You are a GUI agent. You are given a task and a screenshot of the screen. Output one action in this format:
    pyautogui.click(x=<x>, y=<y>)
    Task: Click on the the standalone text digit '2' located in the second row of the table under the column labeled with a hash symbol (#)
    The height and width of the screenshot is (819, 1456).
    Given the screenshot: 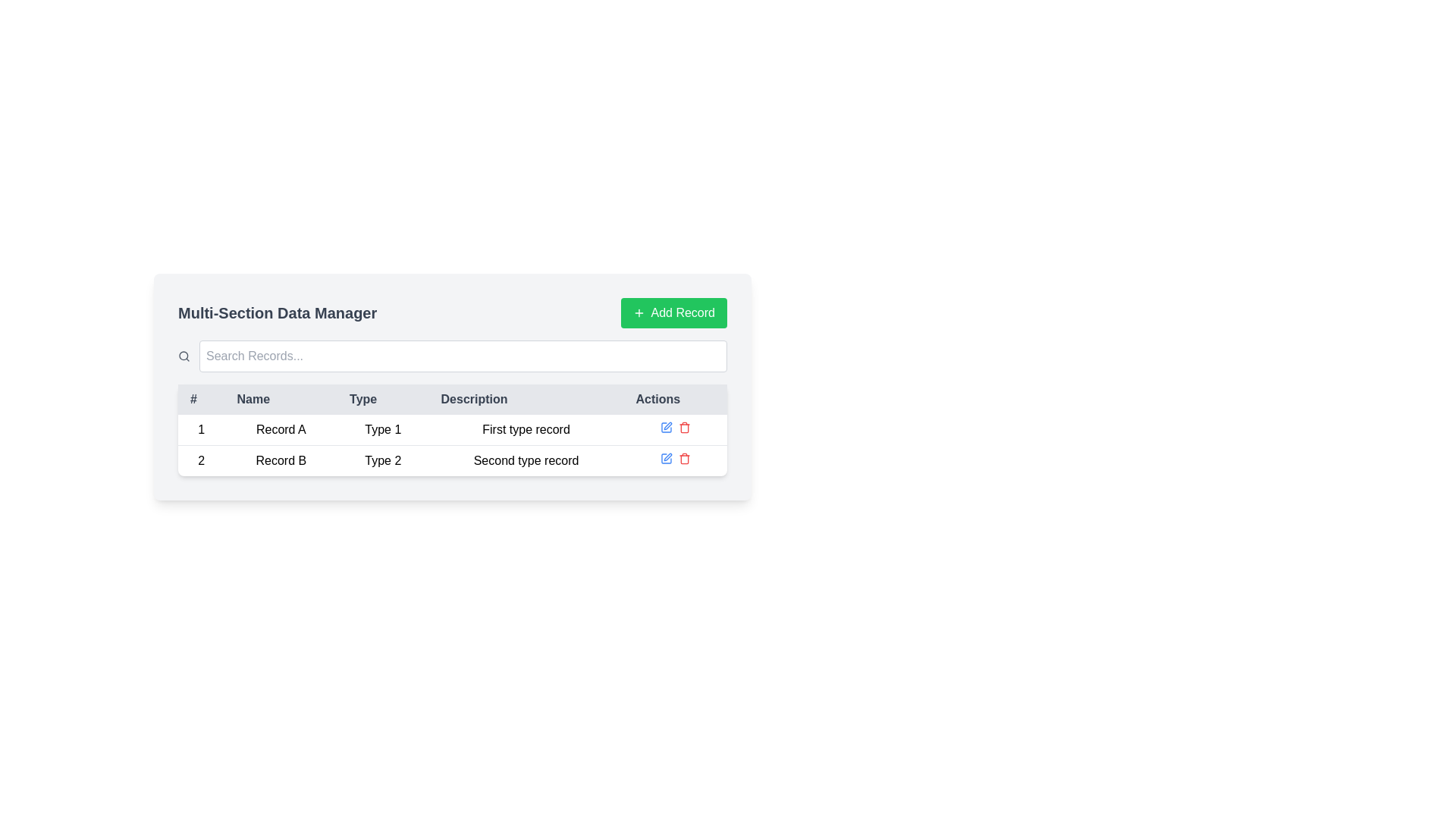 What is the action you would take?
    pyautogui.click(x=200, y=460)
    